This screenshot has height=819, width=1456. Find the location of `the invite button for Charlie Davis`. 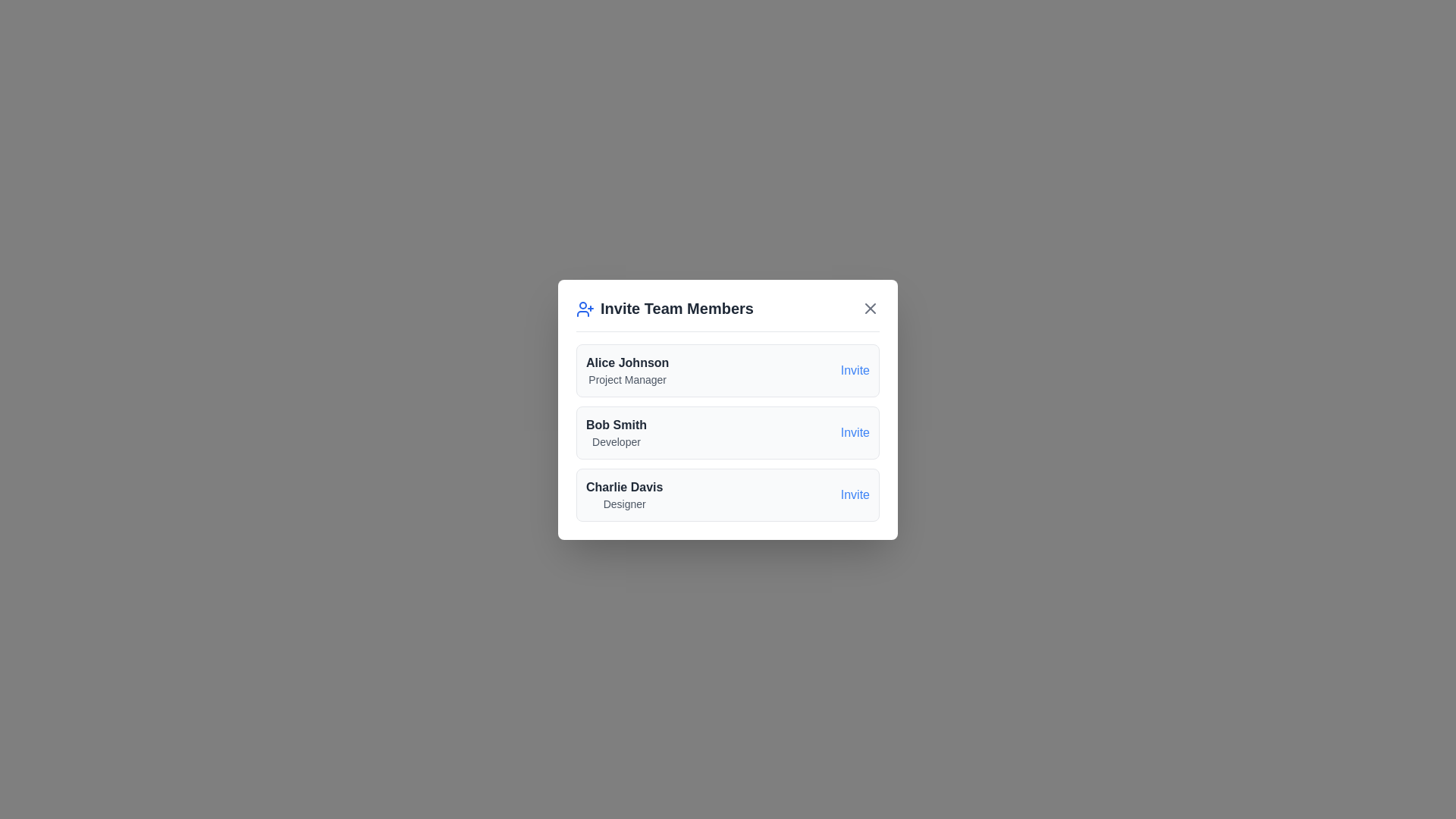

the invite button for Charlie Davis is located at coordinates (855, 494).